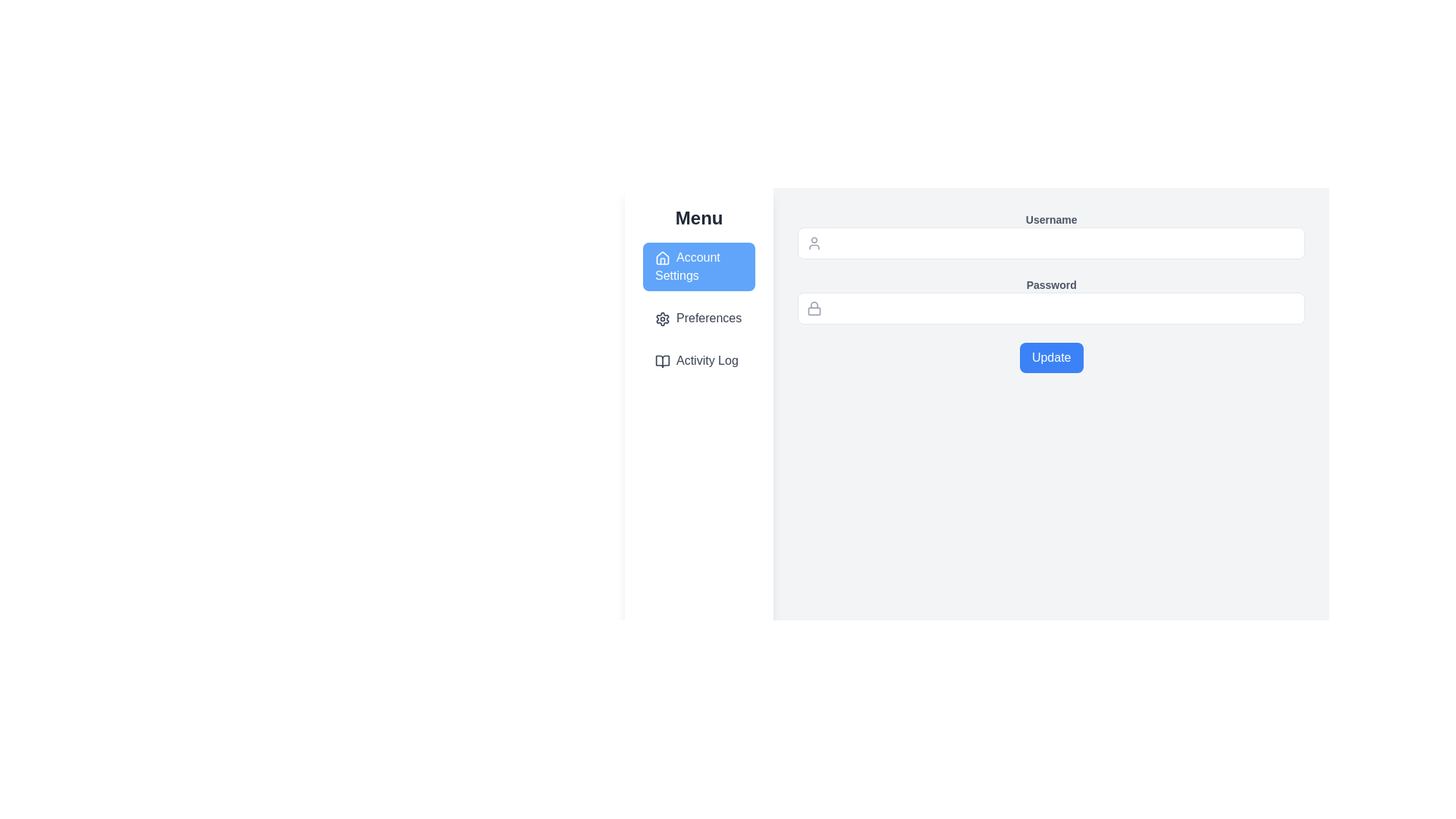  What do you see at coordinates (1050, 242) in the screenshot?
I see `the text input field located beneath the 'Username' label in the user form` at bounding box center [1050, 242].